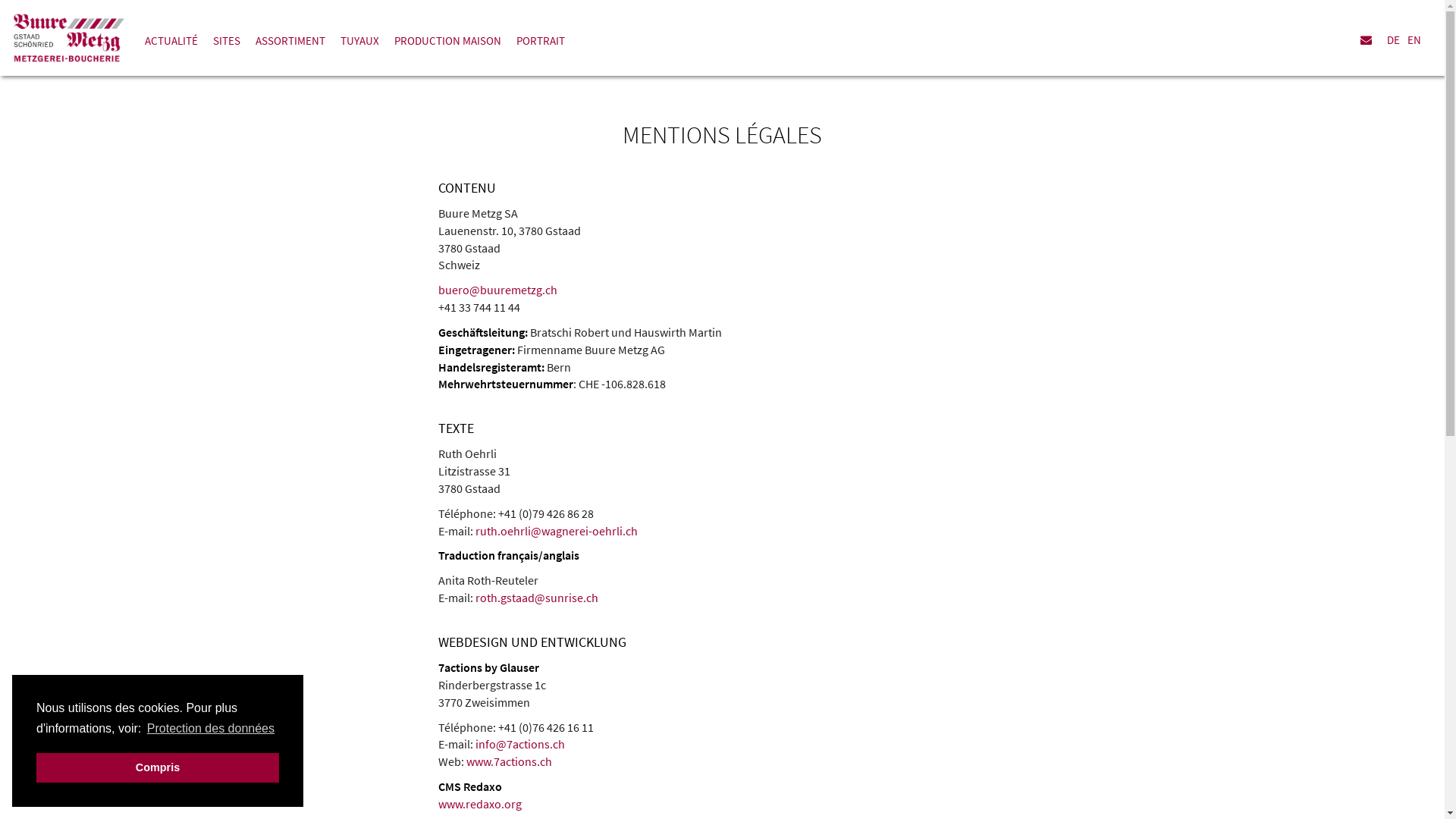 Image resolution: width=1456 pixels, height=819 pixels. I want to click on 'EN', so click(1419, 36).